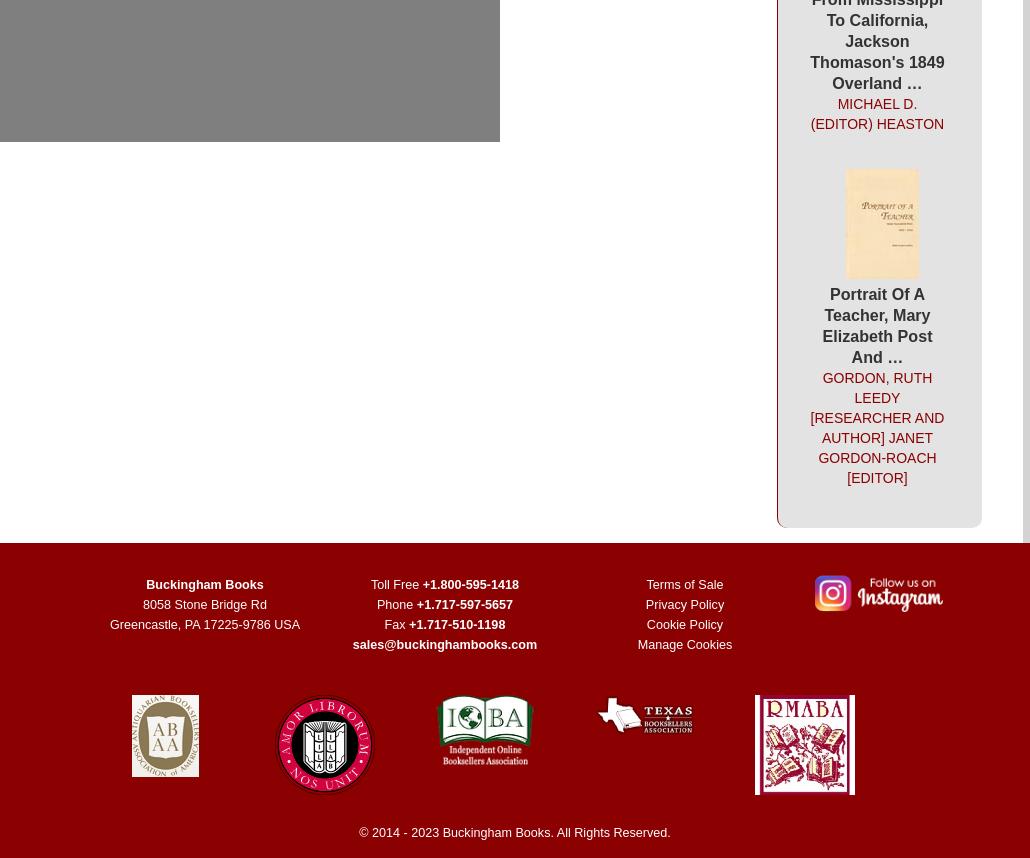 The image size is (1030, 858). Describe the element at coordinates (513, 831) in the screenshot. I see `'© 2014 - 2023 Buckingham Books.  All Rights Reserved.'` at that location.